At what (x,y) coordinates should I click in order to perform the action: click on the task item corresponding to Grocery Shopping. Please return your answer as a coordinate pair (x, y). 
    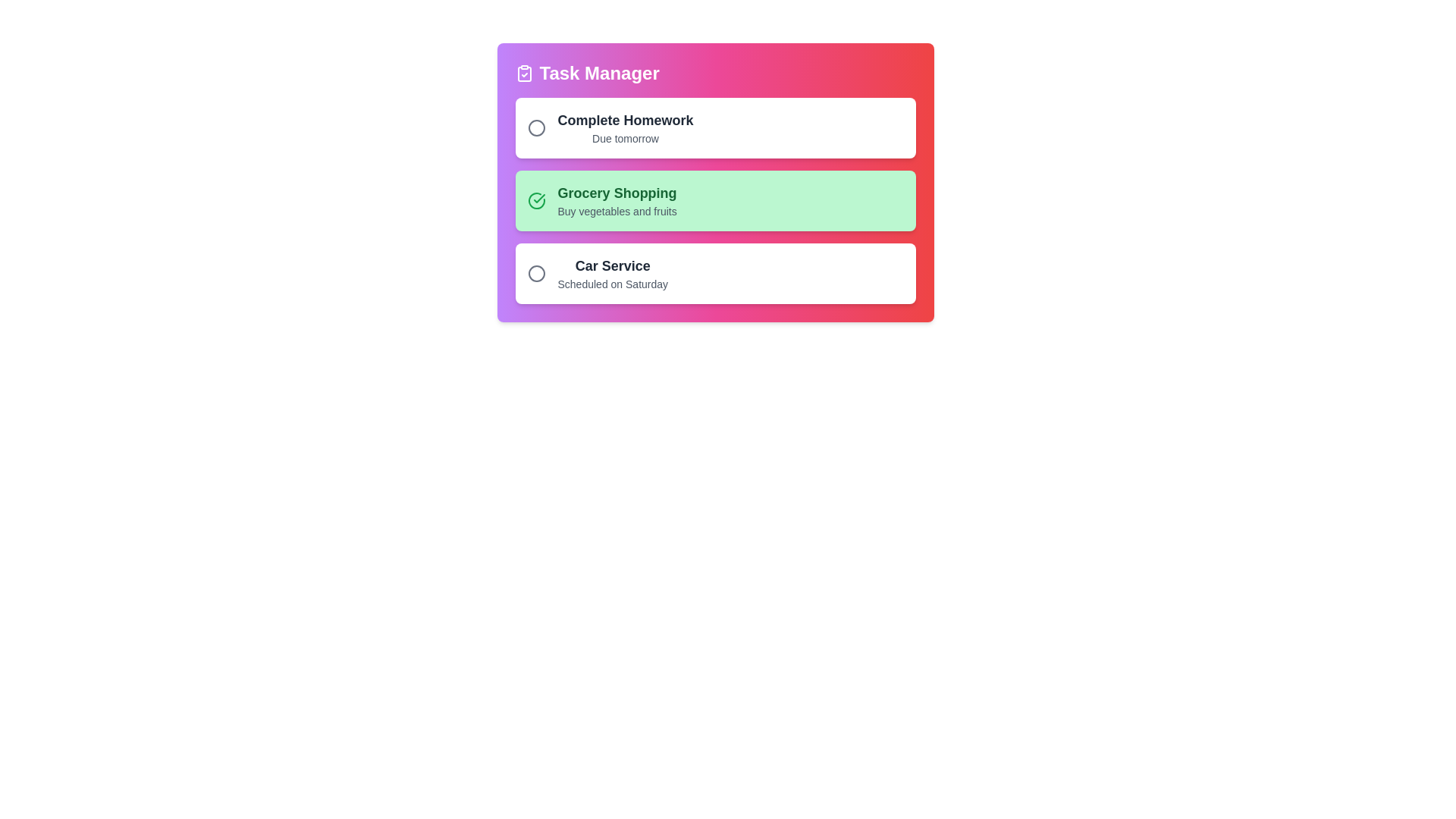
    Looking at the image, I should click on (714, 200).